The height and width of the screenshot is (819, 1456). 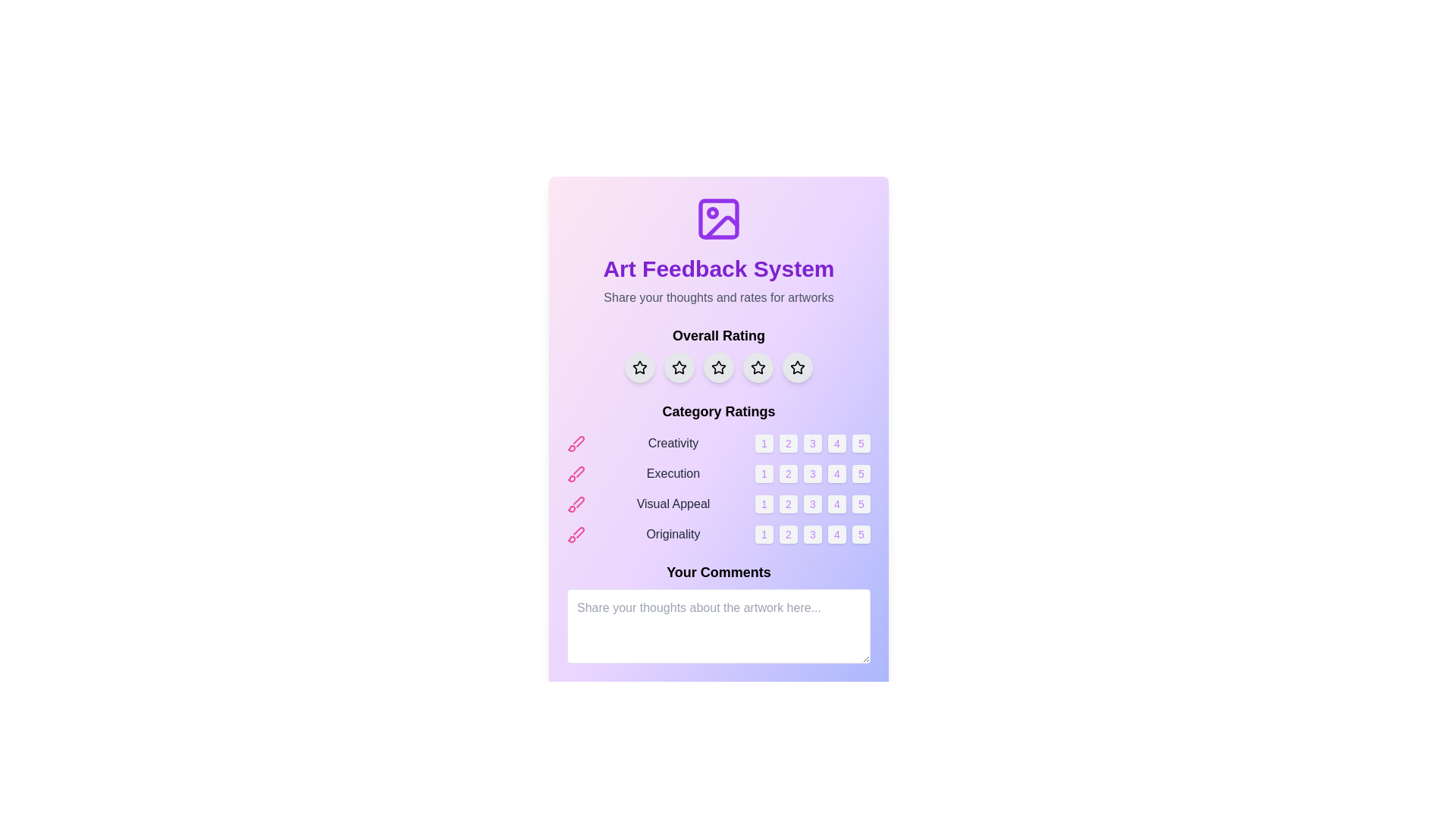 What do you see at coordinates (575, 444) in the screenshot?
I see `the pink-colored brush icon located to the left of the 'Creativity' label in the 'Category Ratings' section` at bounding box center [575, 444].